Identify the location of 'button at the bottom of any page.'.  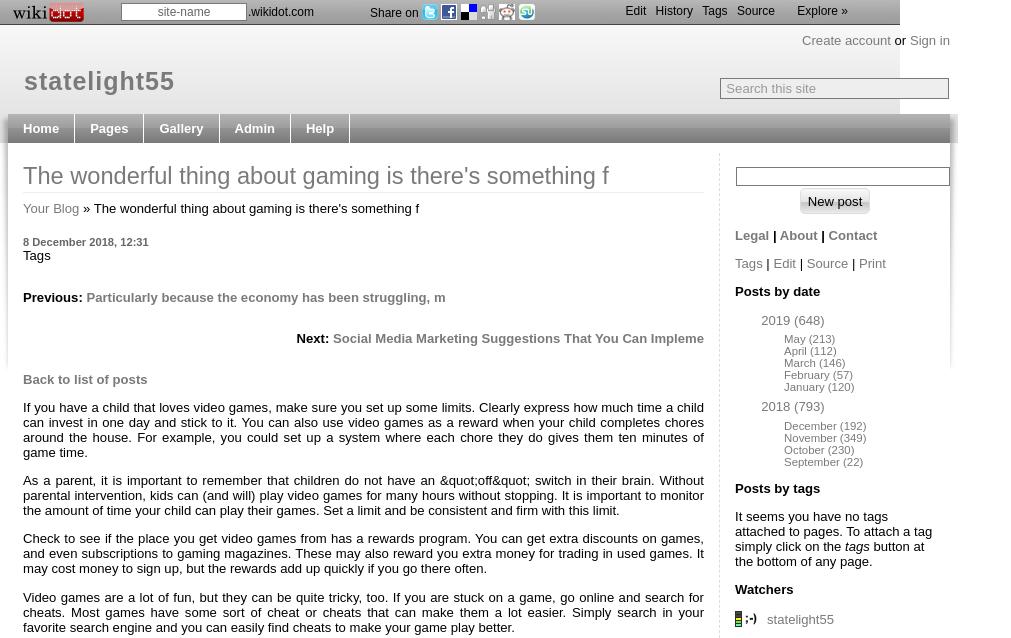
(733, 553).